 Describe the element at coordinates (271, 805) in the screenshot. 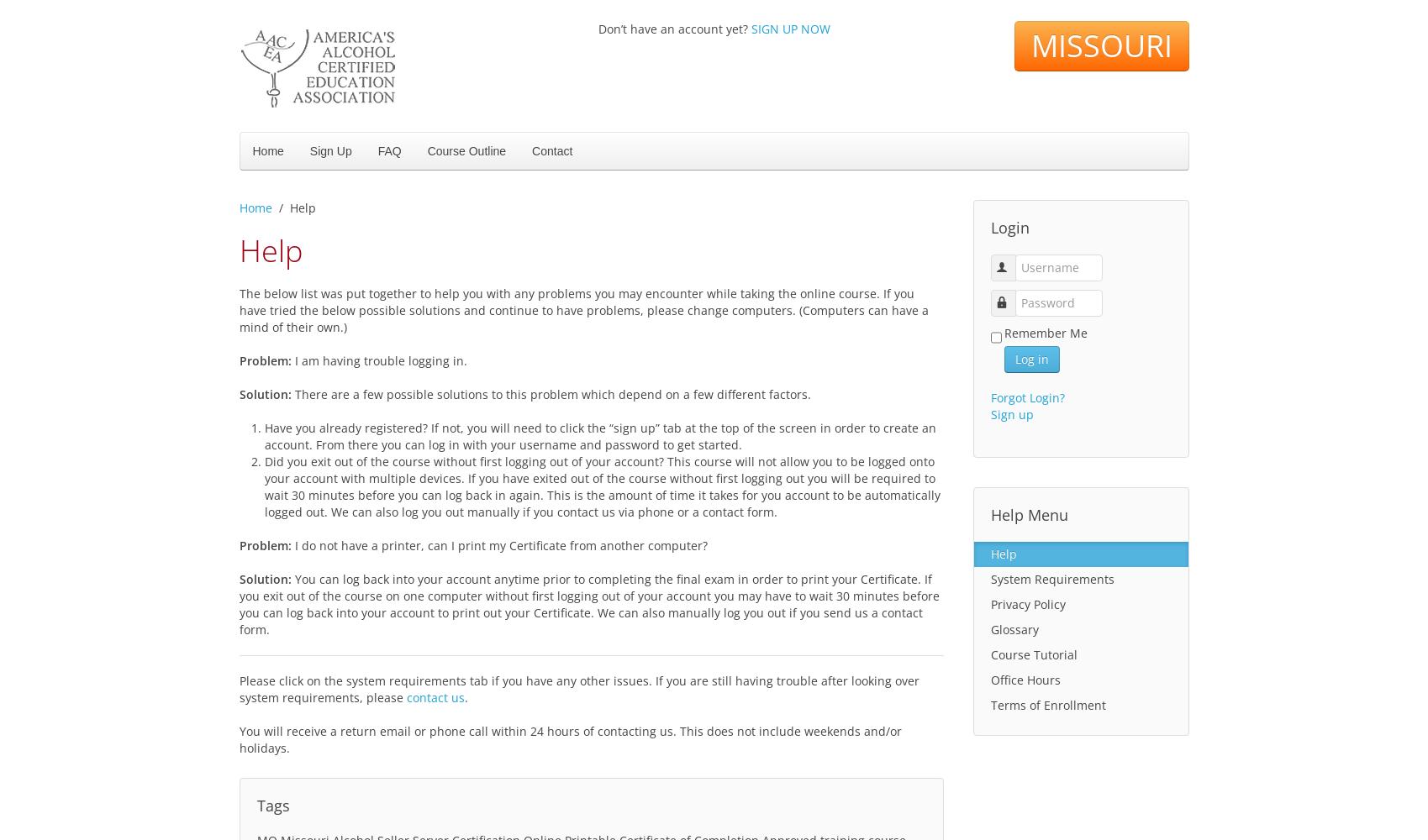

I see `'Tags'` at that location.